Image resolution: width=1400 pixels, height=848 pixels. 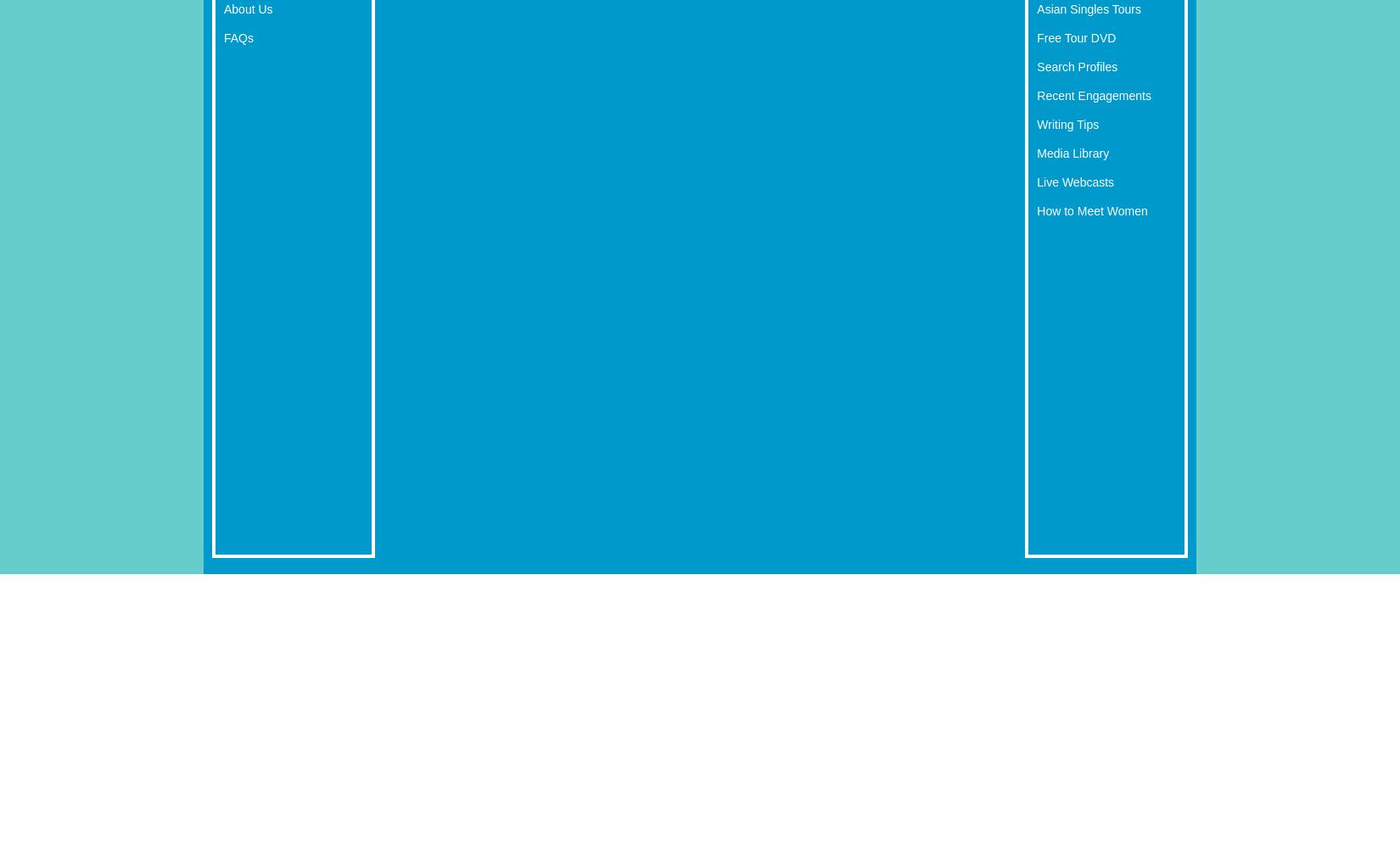 What do you see at coordinates (224, 37) in the screenshot?
I see `'FAQs'` at bounding box center [224, 37].